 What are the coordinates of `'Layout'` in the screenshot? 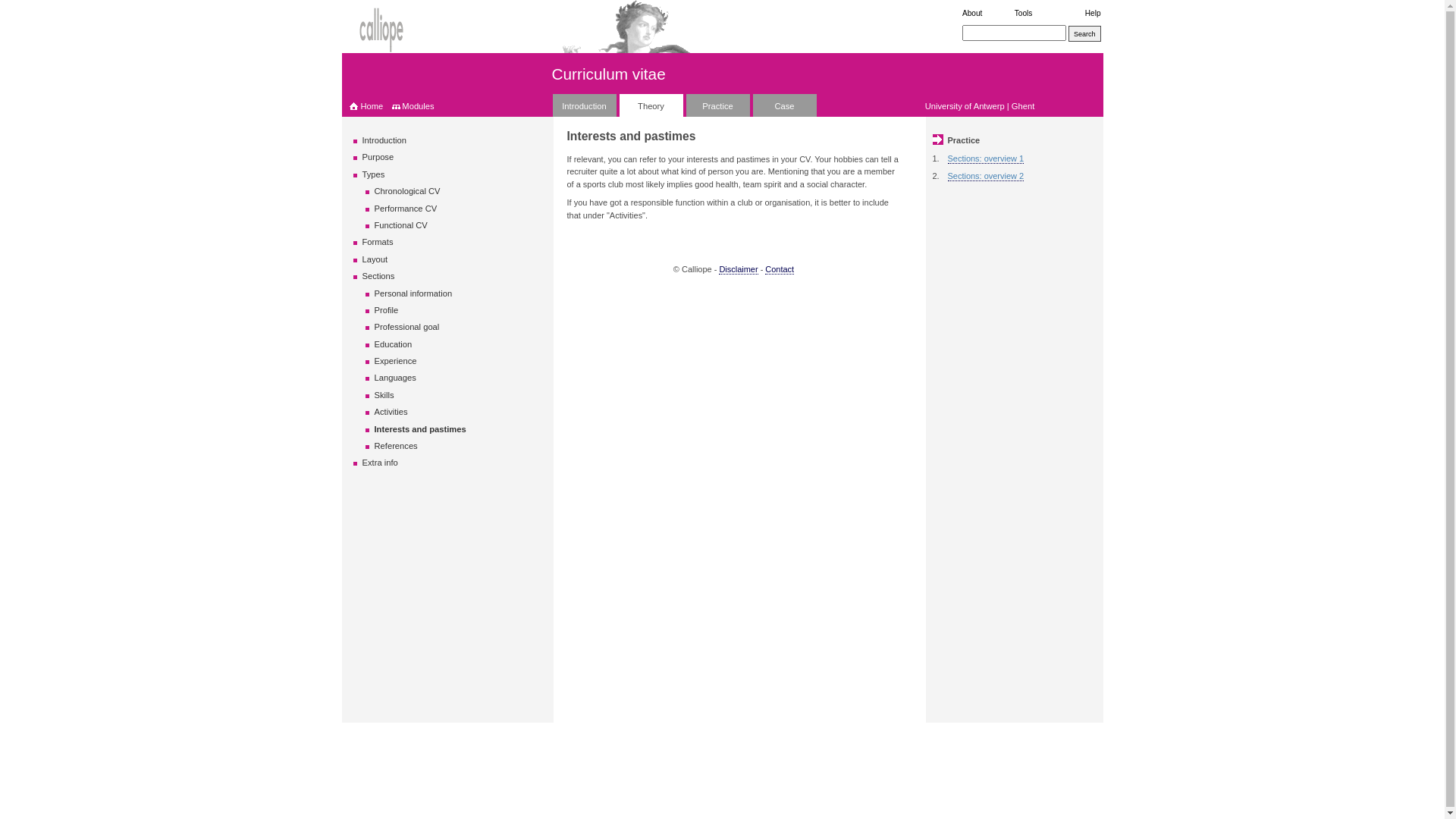 It's located at (375, 259).